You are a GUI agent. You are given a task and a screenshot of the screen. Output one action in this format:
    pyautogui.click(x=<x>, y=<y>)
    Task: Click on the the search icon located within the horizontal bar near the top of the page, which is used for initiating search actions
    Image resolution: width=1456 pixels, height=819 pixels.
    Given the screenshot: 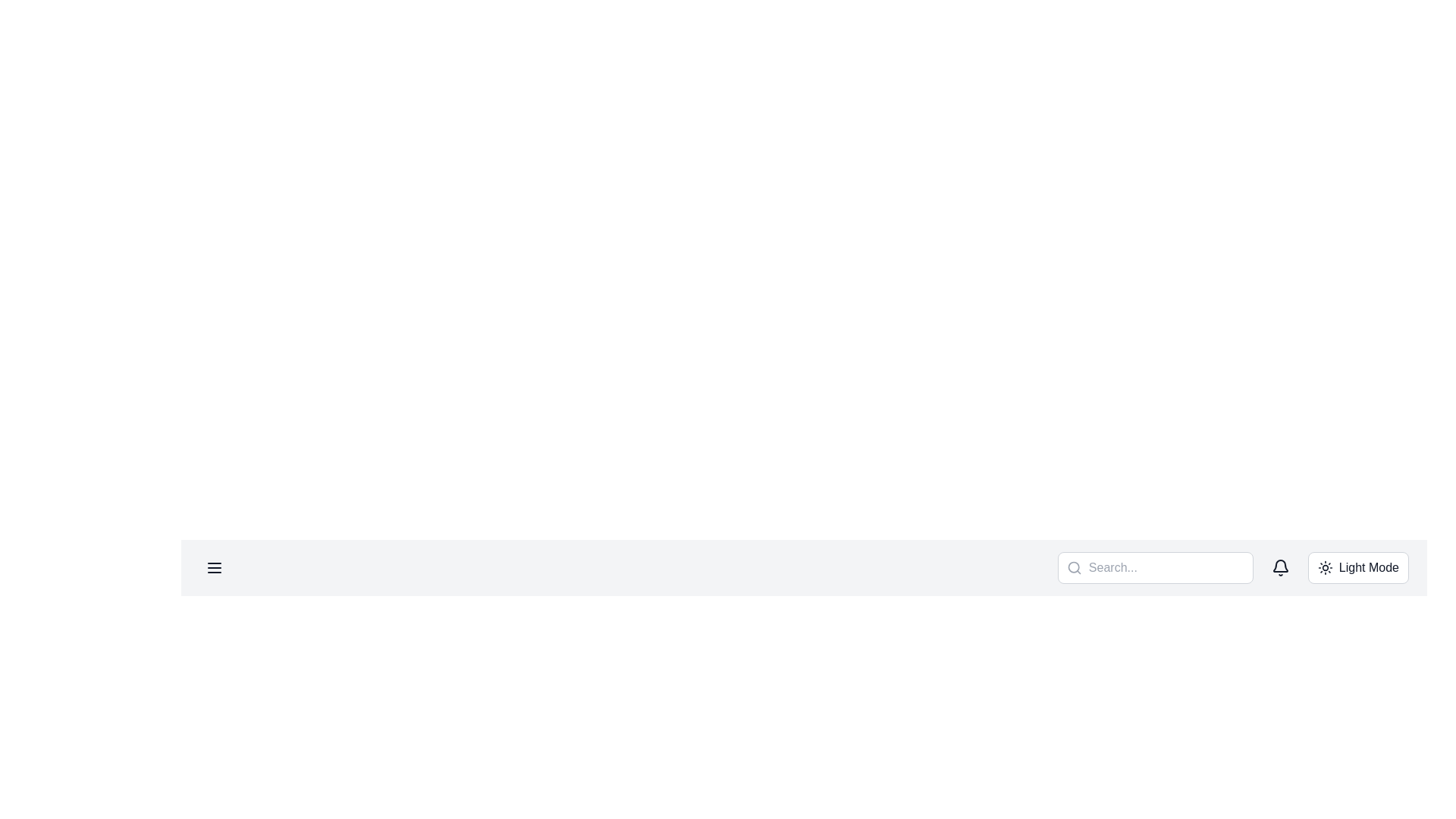 What is the action you would take?
    pyautogui.click(x=1073, y=567)
    